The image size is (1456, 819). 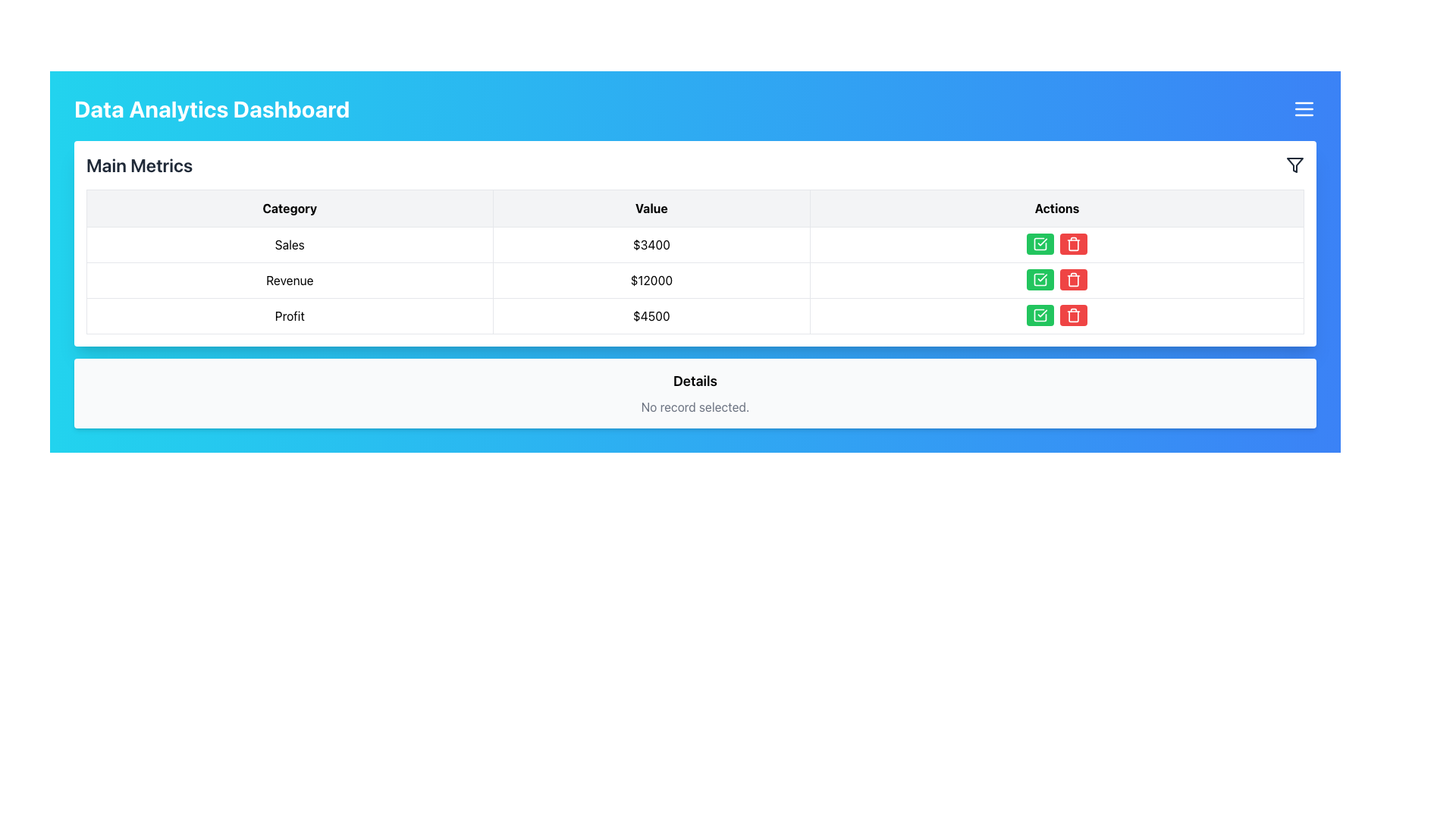 I want to click on the 'Revenue' text label in the second row and first column of the 'Main Metrics' section to categorize the revenue-related data entry, so click(x=290, y=281).